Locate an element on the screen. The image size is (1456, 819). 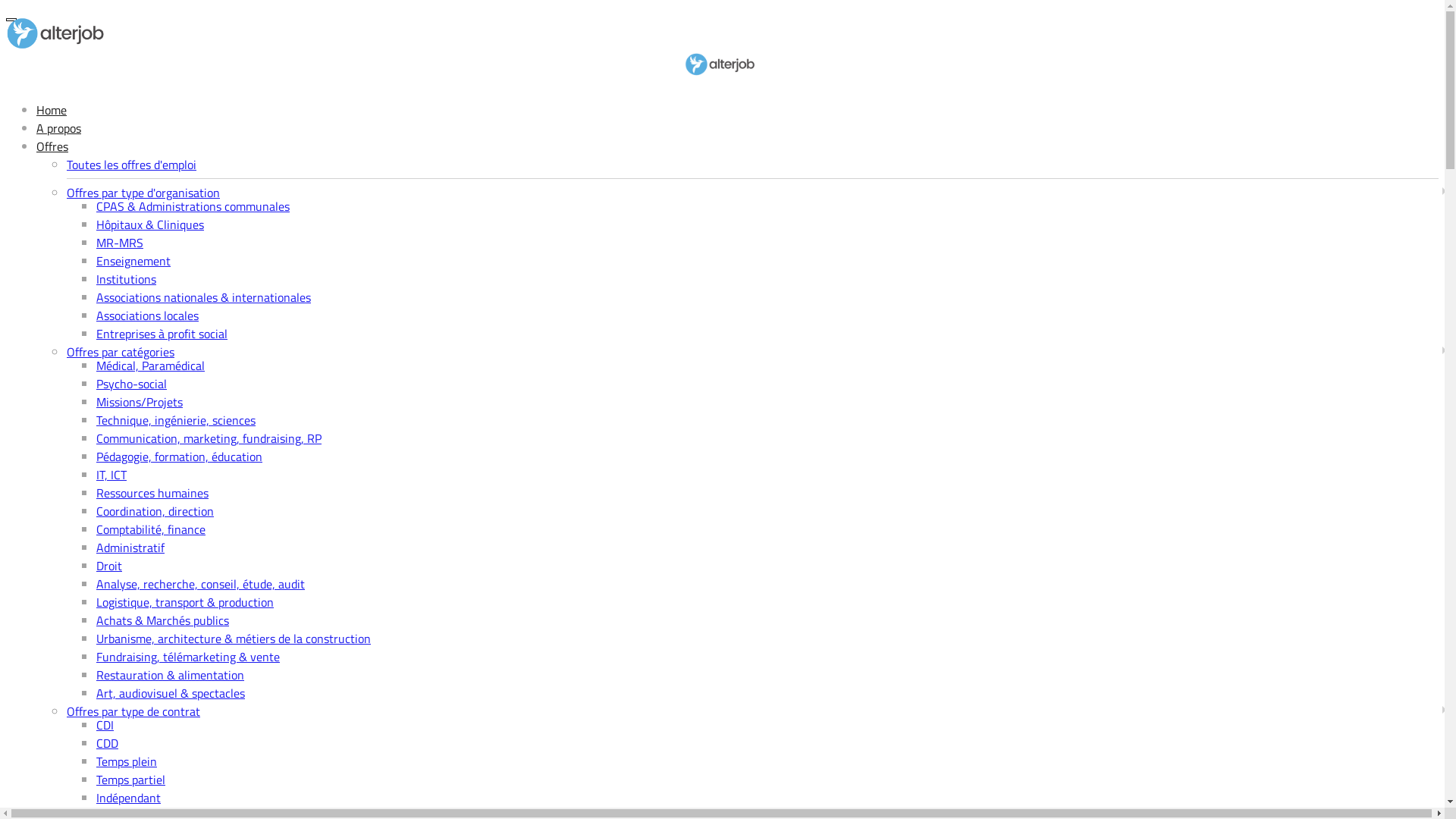
'MR-MRS' is located at coordinates (119, 242).